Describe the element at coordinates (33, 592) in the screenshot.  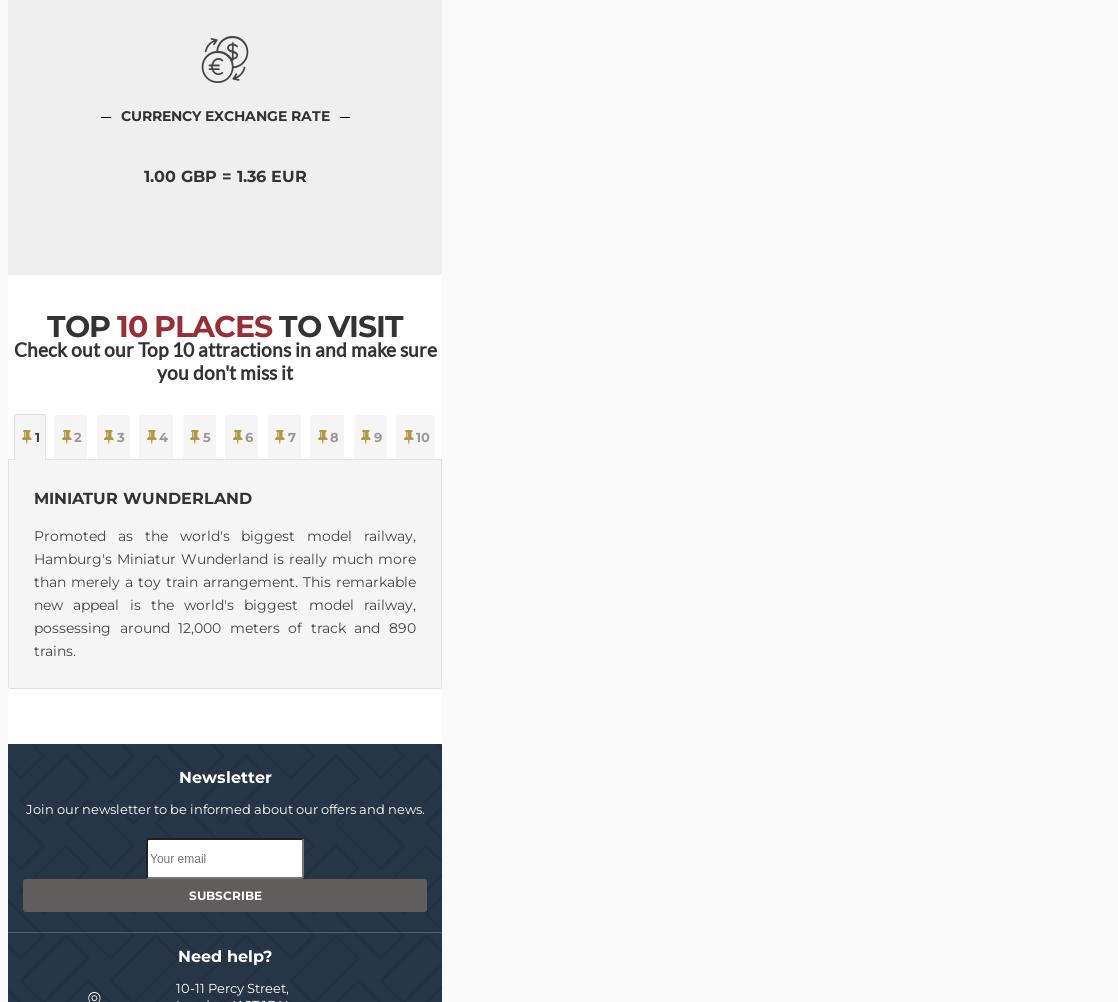
I see `'Promoted as the world's biggest model railway, Hamburg's Miniatur Wunderland is really much more than merely a toy train arrangement. This remarkable new appeal is the world's biggest model railway, possessing around 12,000 meters of track and 890 trains.'` at that location.